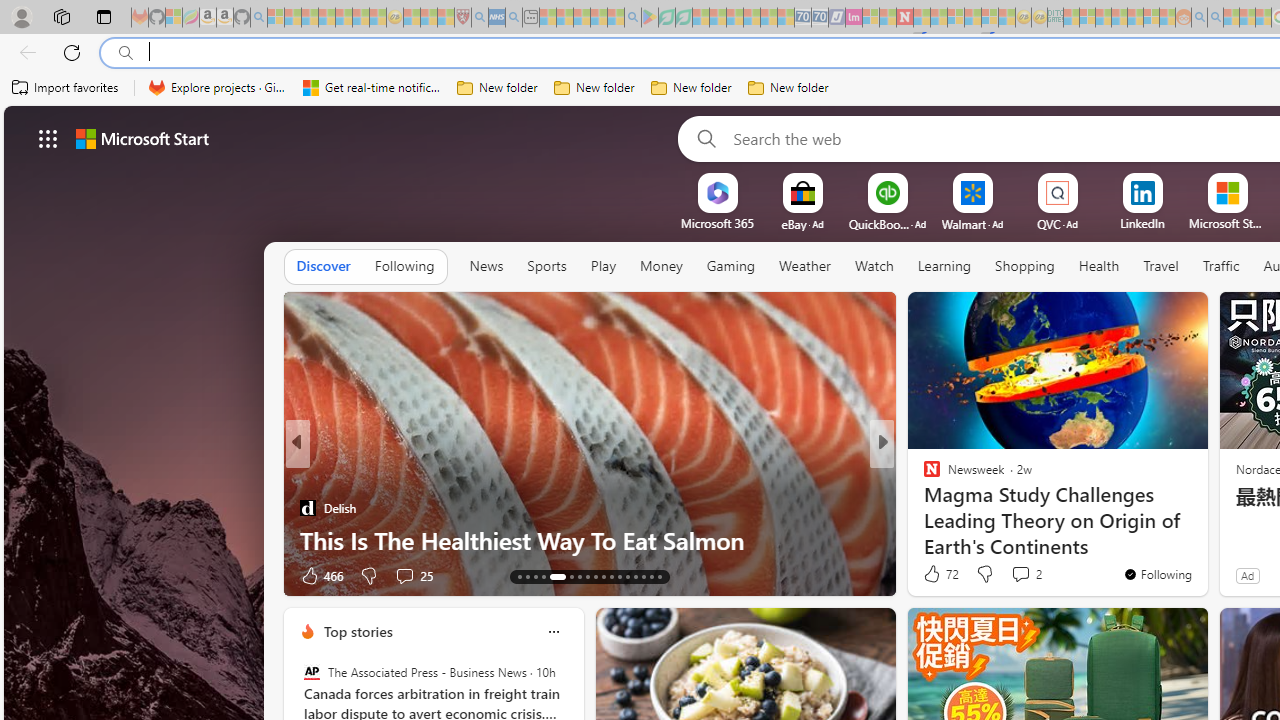 Image resolution: width=1280 pixels, height=720 pixels. I want to click on 'AutomationID: tab-24', so click(618, 577).